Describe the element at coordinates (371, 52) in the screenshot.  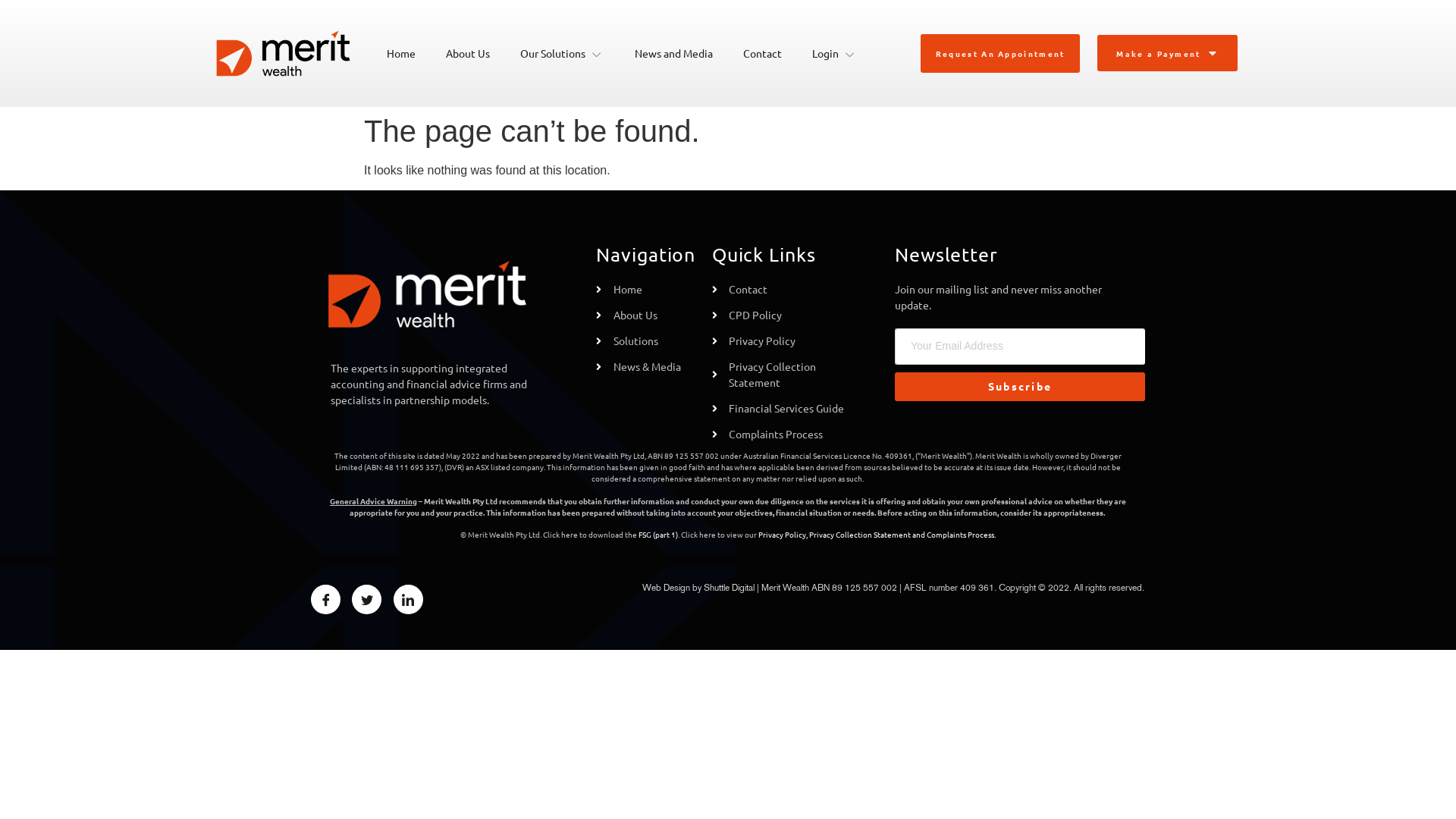
I see `'Home'` at that location.